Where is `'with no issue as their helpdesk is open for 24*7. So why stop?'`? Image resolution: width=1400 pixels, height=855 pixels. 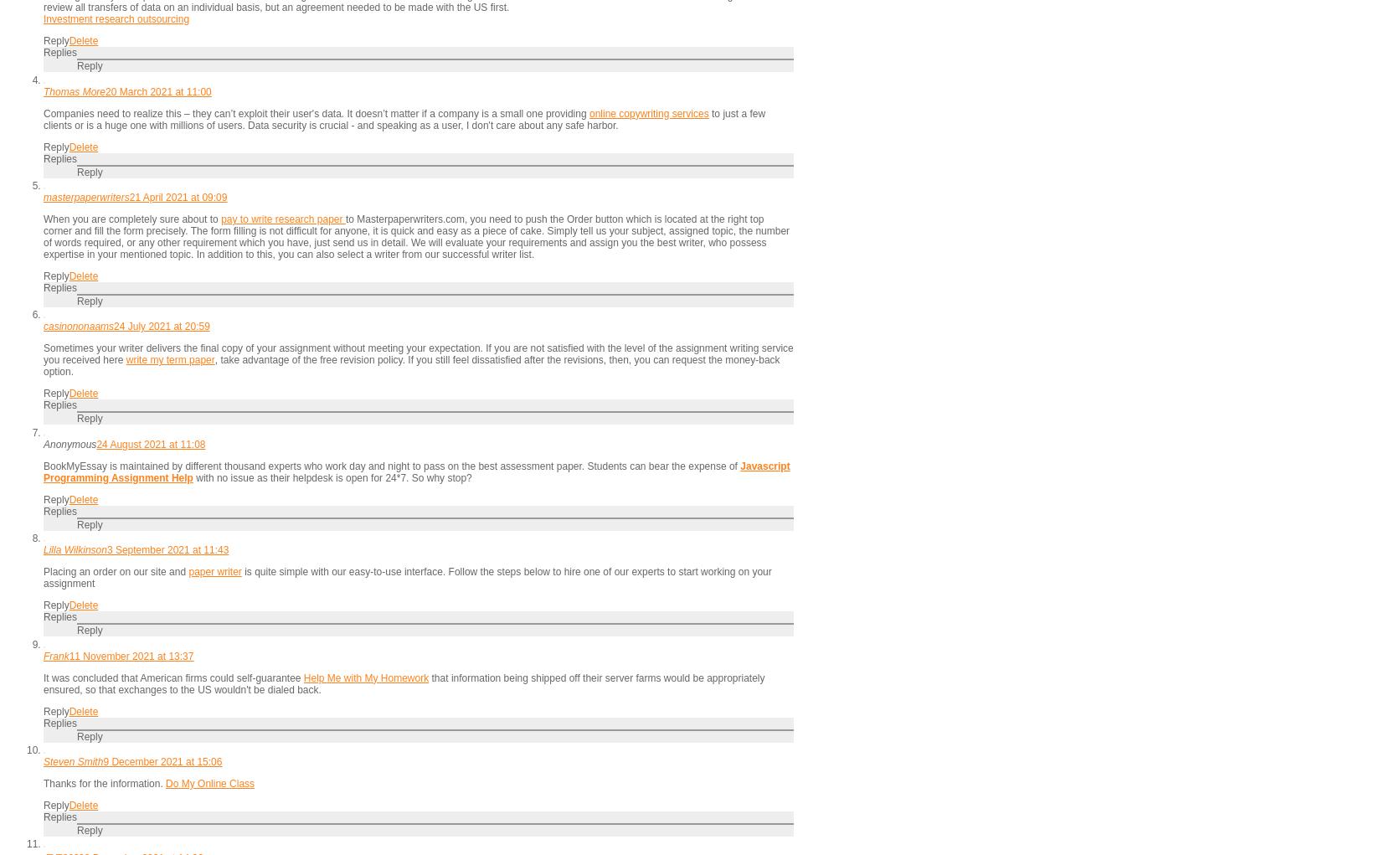 'with no issue as their helpdesk is open for 24*7. So why stop?' is located at coordinates (331, 476).